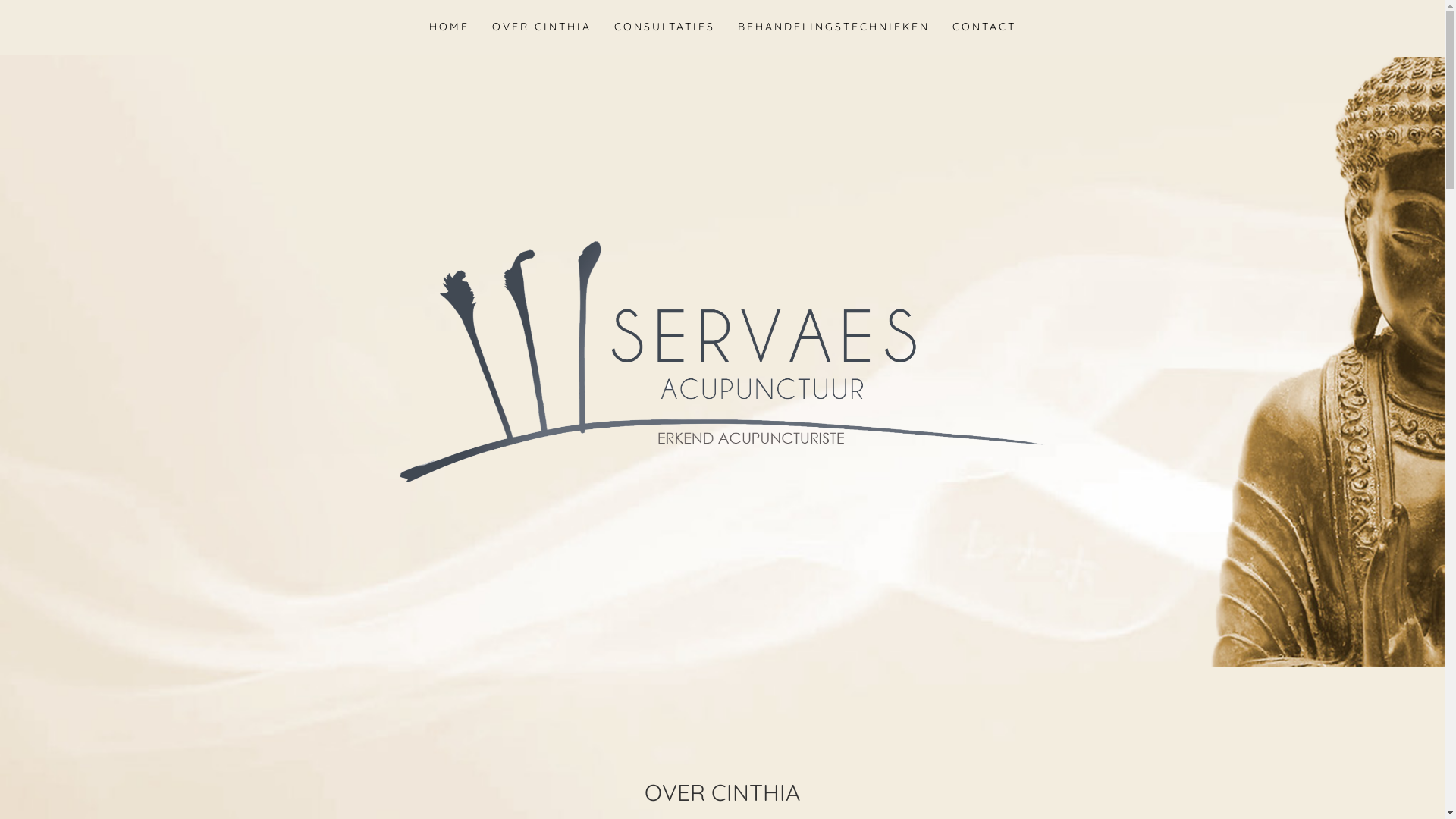 The image size is (1456, 819). What do you see at coordinates (601, 27) in the screenshot?
I see `'CONSULTATIES'` at bounding box center [601, 27].